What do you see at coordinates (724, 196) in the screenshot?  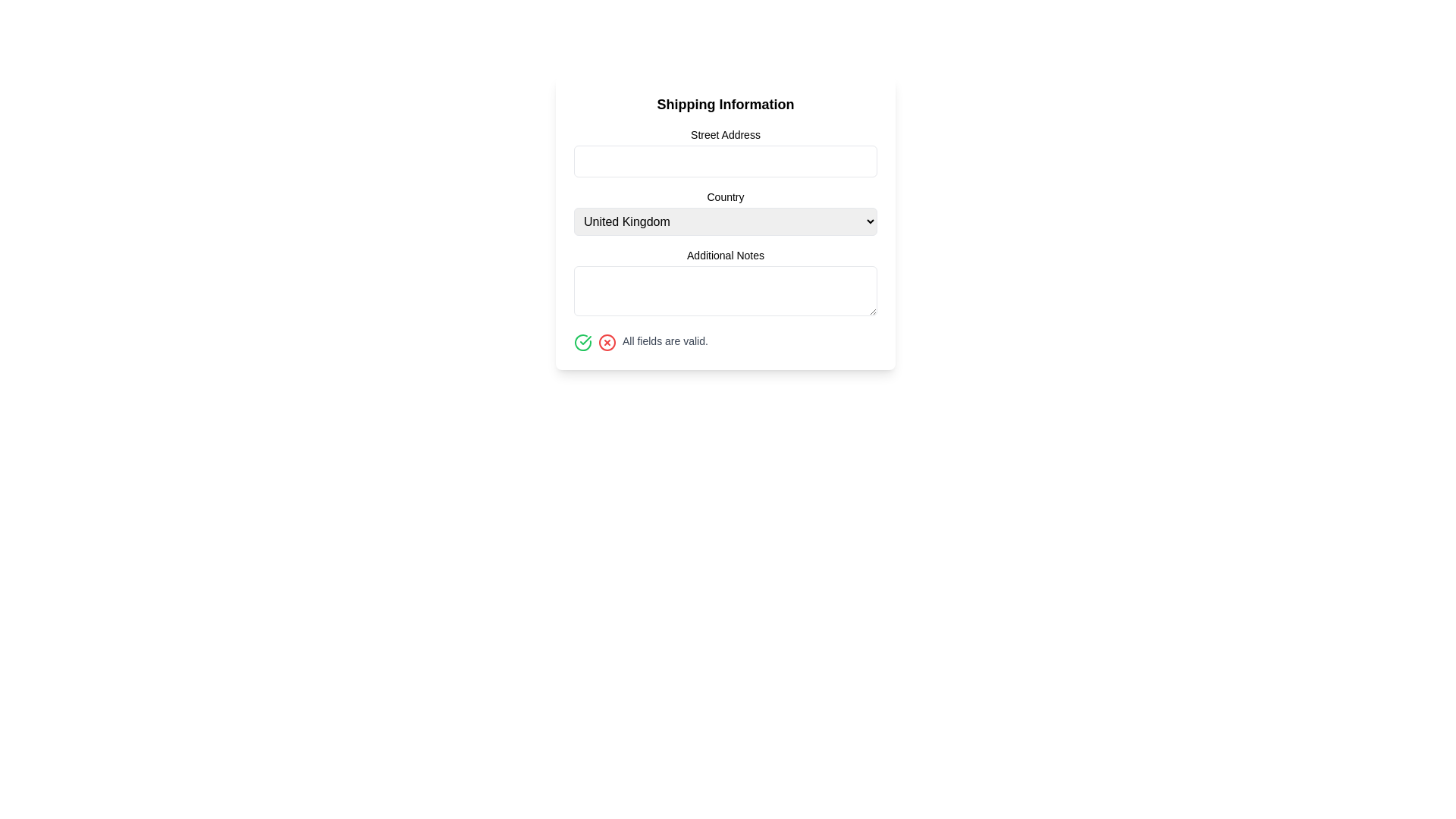 I see `the 'Country' label, which is a text label in a small serif font positioned above a dropdown menu in the center of the form` at bounding box center [724, 196].